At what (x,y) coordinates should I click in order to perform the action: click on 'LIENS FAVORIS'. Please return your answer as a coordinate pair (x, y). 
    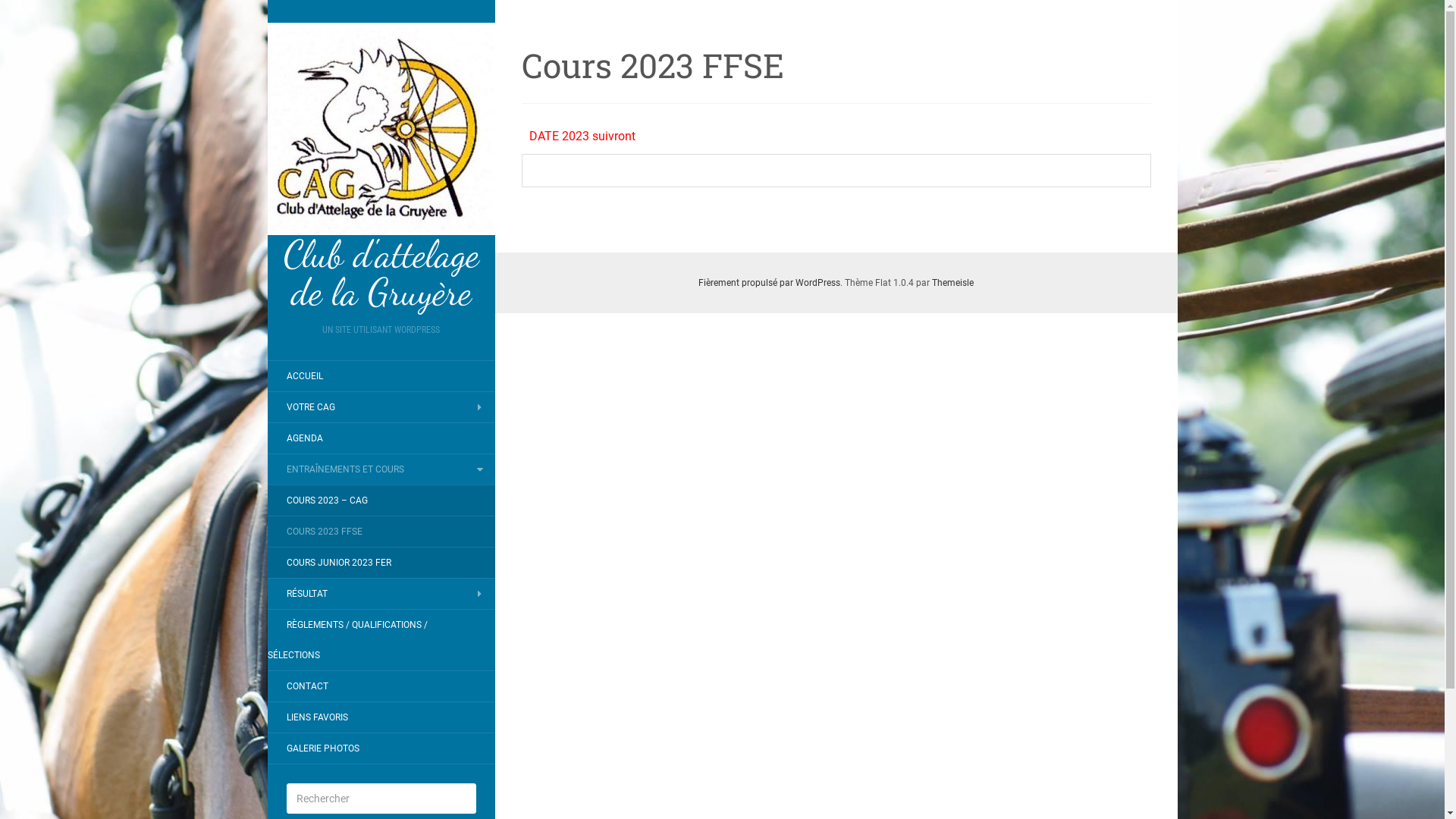
    Looking at the image, I should click on (315, 717).